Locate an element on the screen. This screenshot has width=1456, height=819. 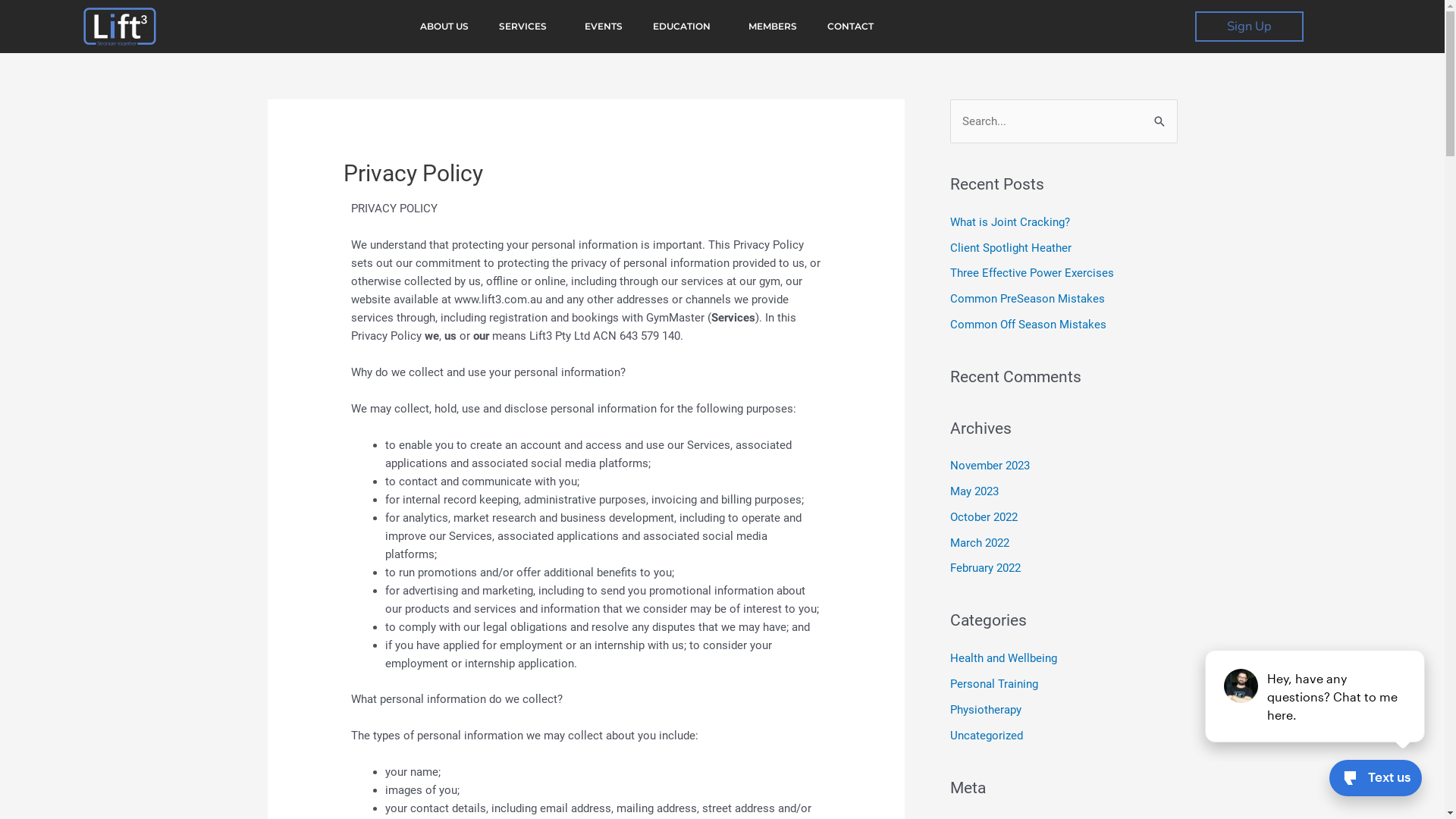
'October 2022' is located at coordinates (983, 516).